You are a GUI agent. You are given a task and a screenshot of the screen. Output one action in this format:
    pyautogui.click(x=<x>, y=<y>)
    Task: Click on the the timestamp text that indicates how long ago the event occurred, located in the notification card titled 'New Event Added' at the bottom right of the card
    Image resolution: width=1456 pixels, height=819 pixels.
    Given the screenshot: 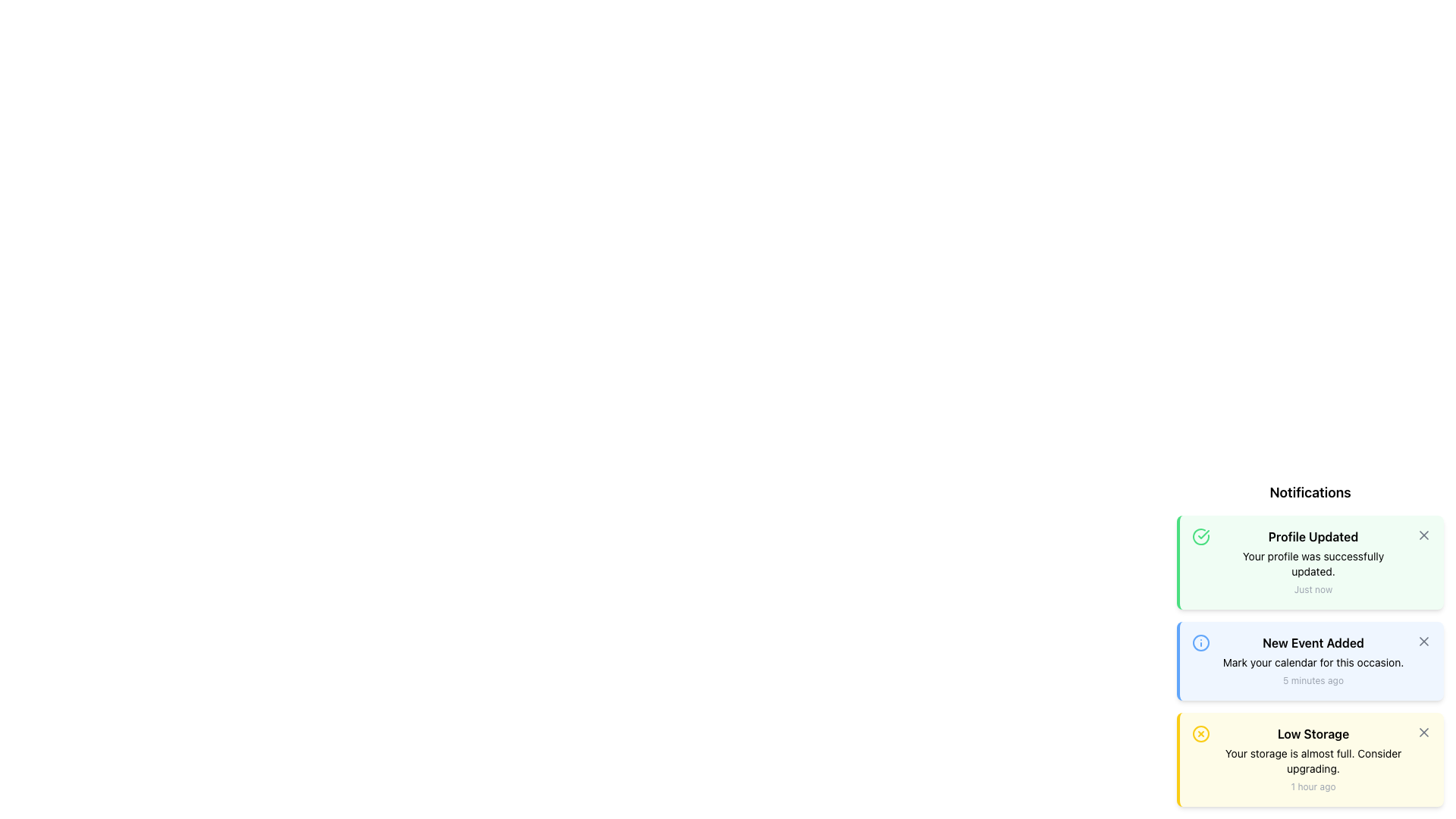 What is the action you would take?
    pyautogui.click(x=1313, y=679)
    